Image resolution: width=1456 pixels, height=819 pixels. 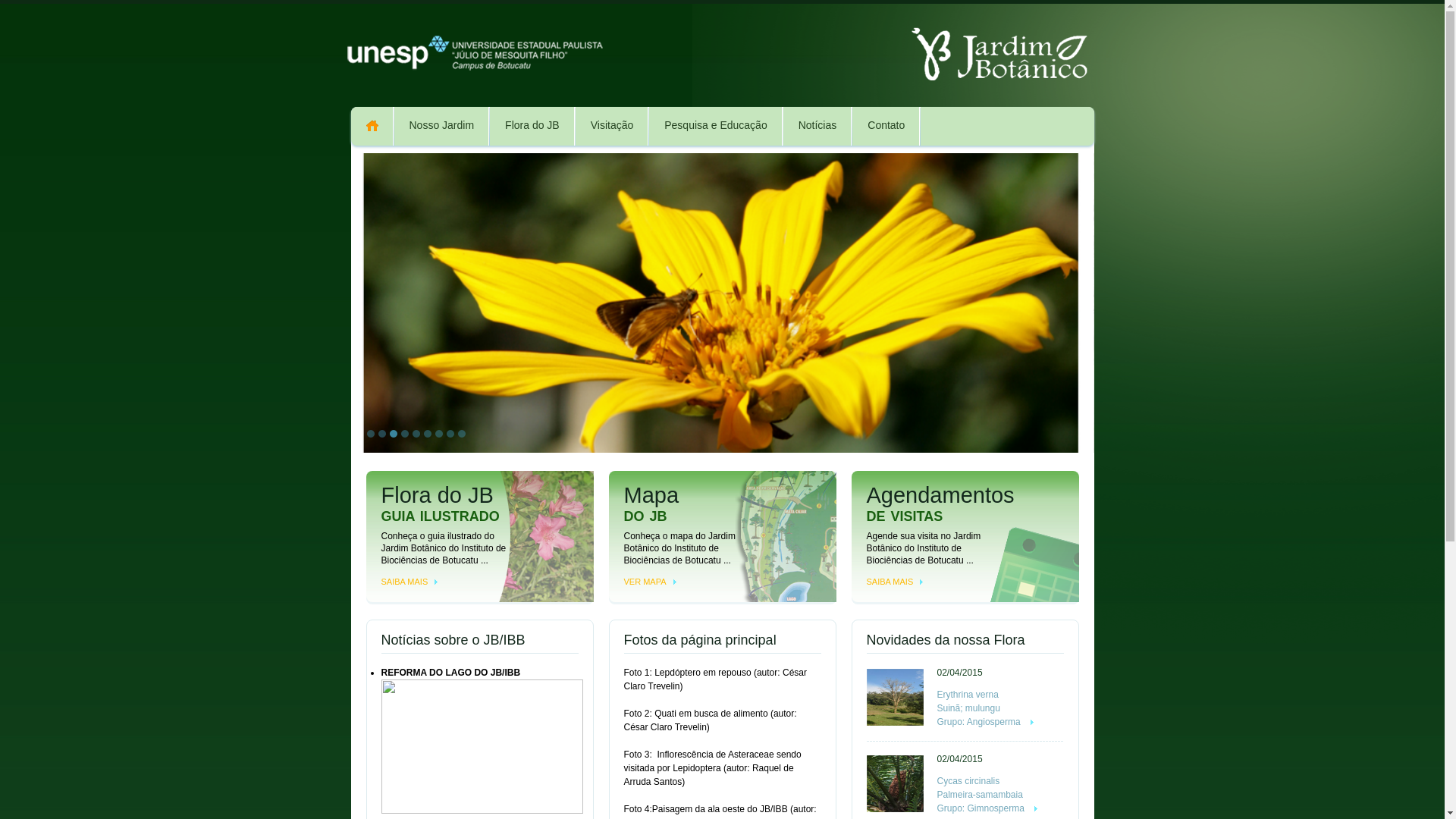 What do you see at coordinates (416, 433) in the screenshot?
I see `'5'` at bounding box center [416, 433].